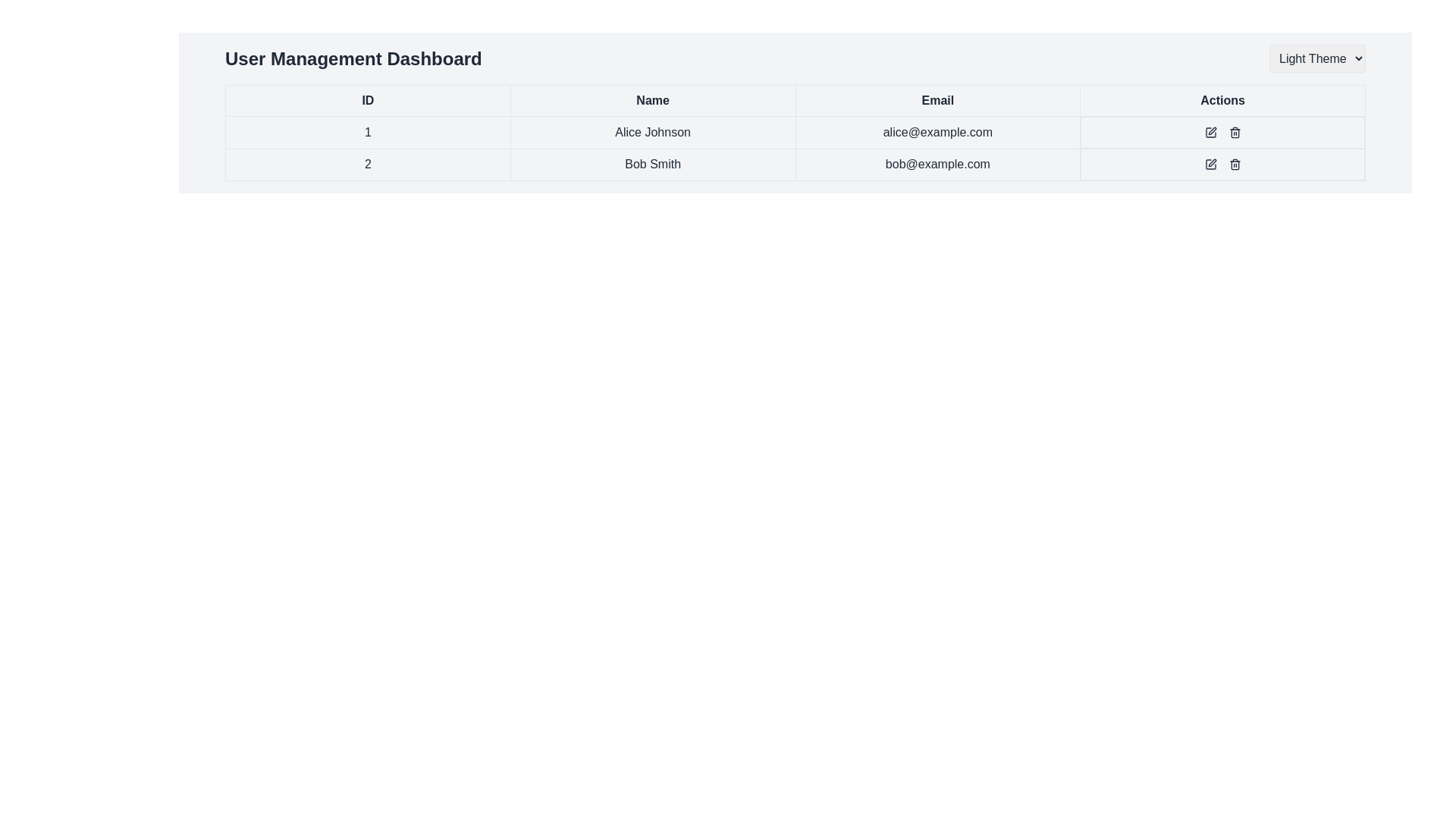 The height and width of the screenshot is (819, 1456). Describe the element at coordinates (1235, 131) in the screenshot. I see `the delete icon button located in the second row of the table under the 'Actions' column` at that location.